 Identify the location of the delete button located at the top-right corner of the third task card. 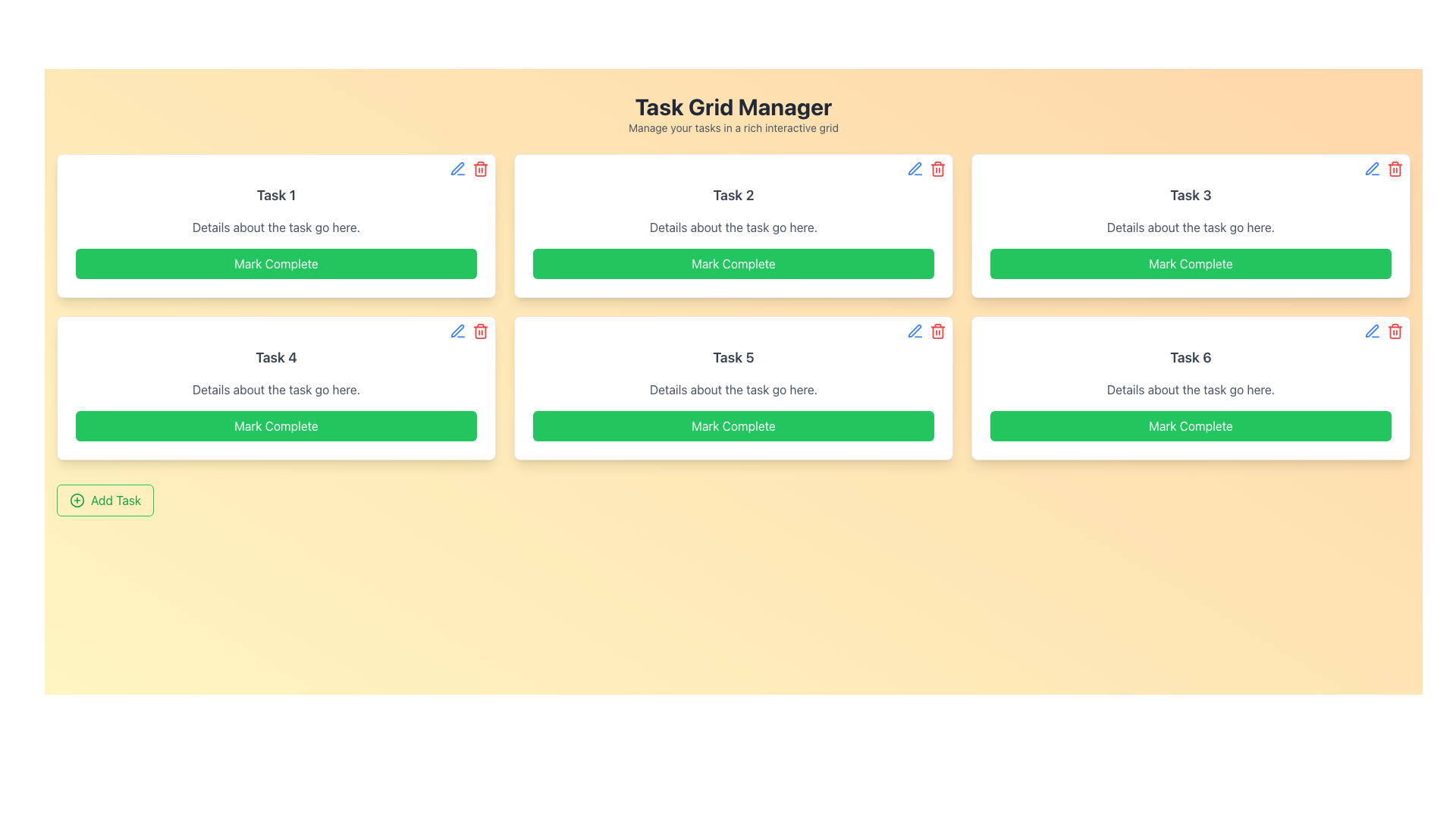
(1395, 169).